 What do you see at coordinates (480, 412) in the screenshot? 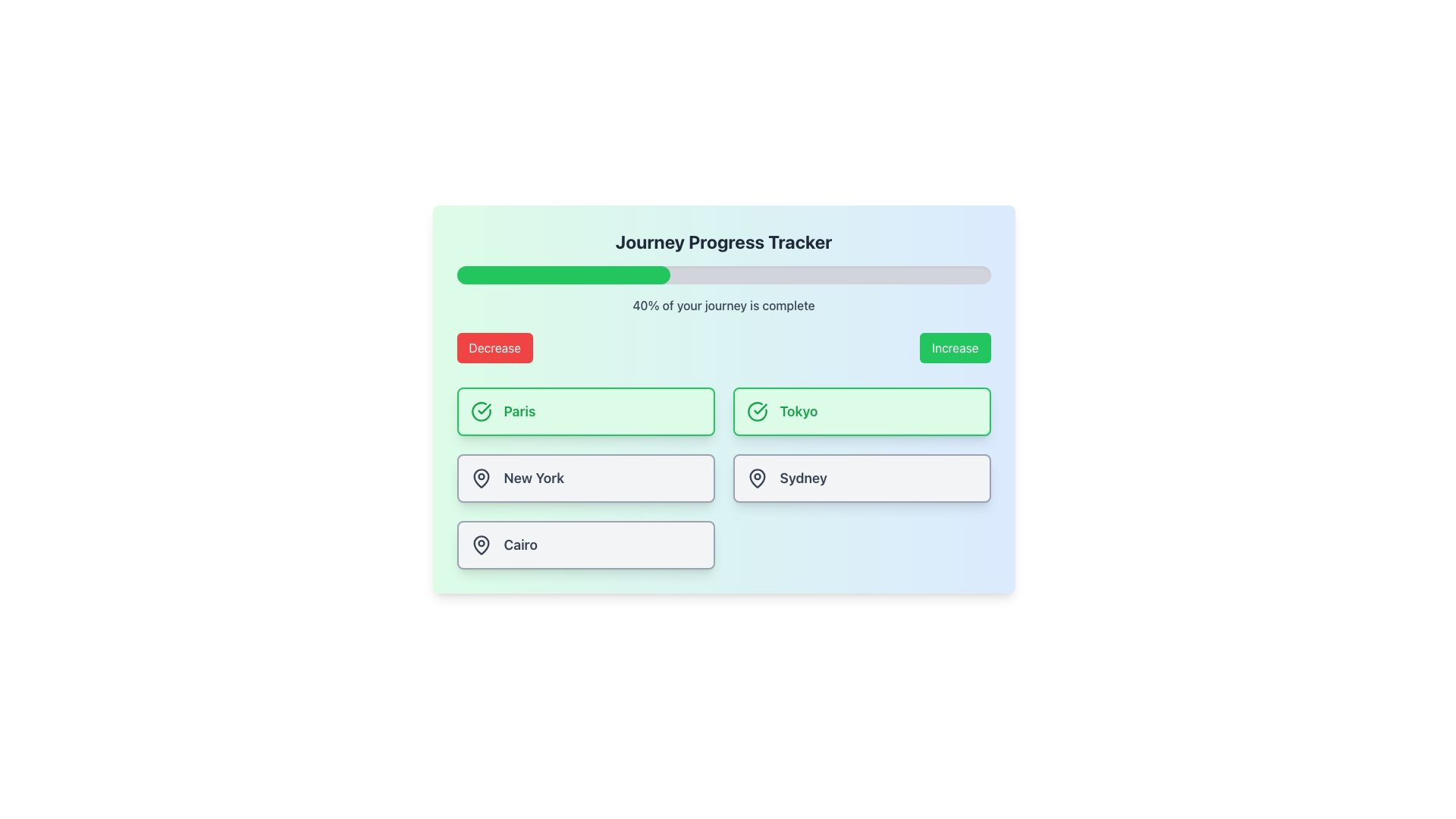
I see `the checkmark icon within the SVG component indicating selection for the 'Paris' option` at bounding box center [480, 412].